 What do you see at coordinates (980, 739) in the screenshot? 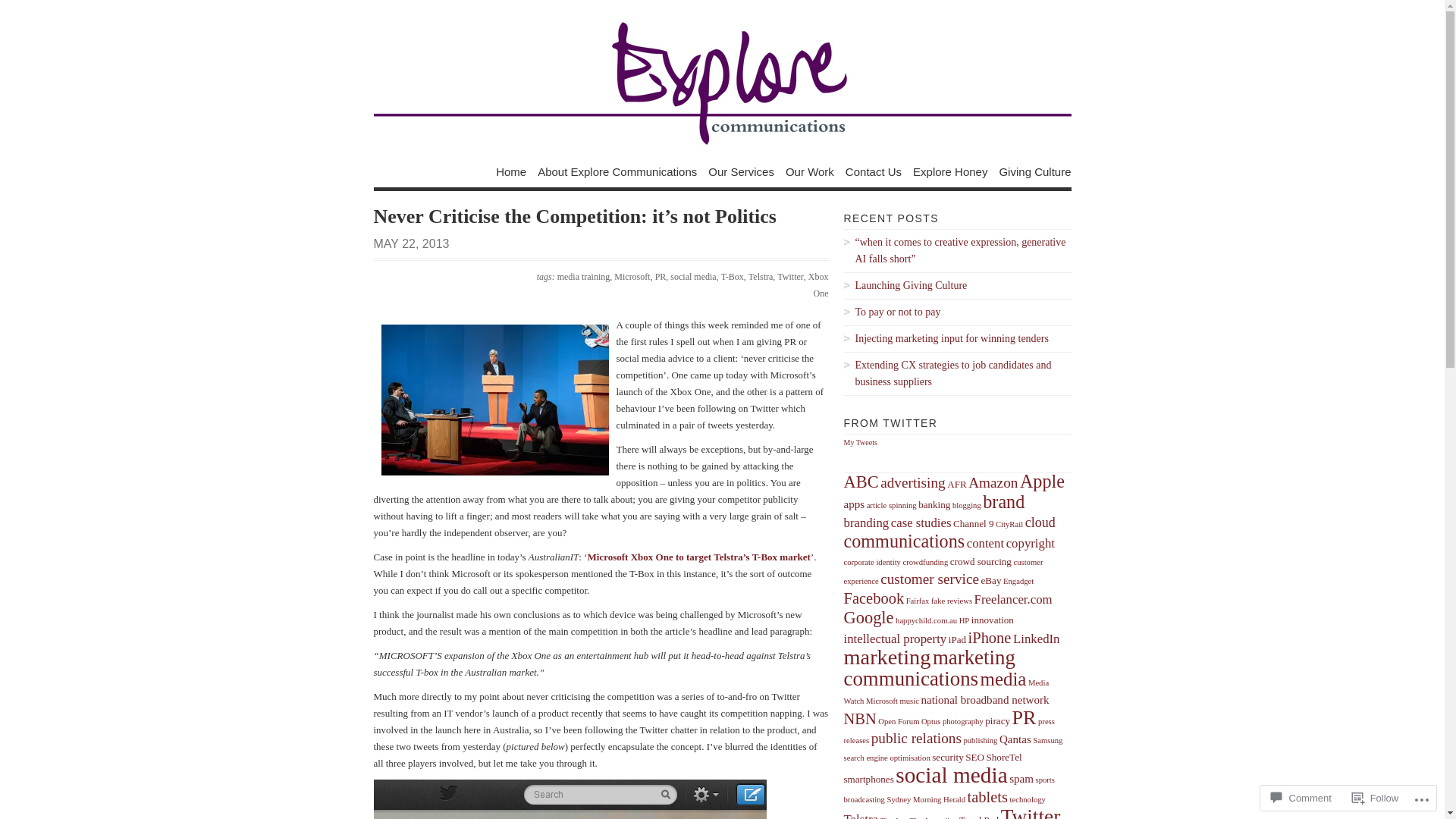
I see `'publishing'` at bounding box center [980, 739].